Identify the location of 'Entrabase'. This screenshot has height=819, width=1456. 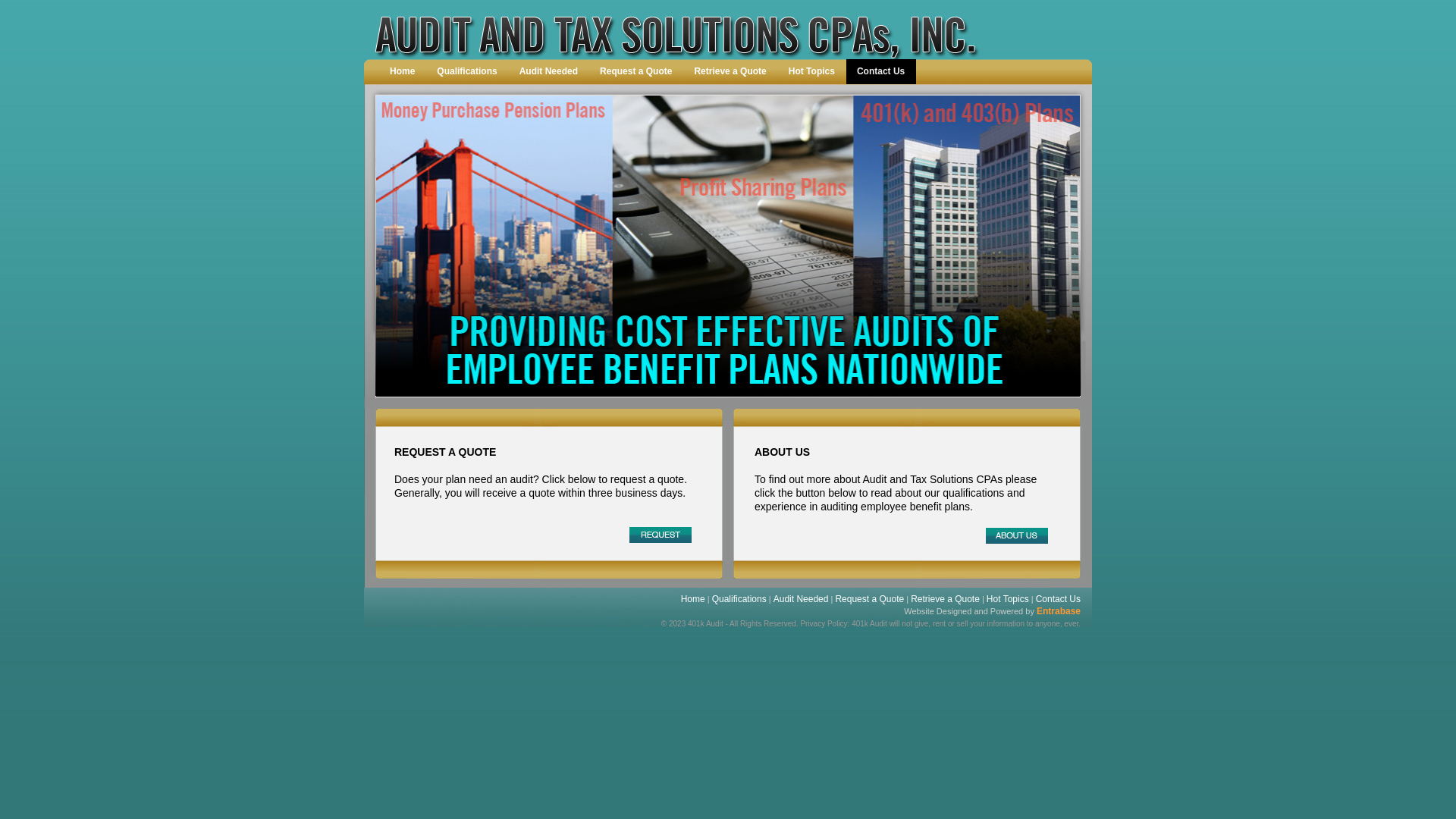
(1058, 610).